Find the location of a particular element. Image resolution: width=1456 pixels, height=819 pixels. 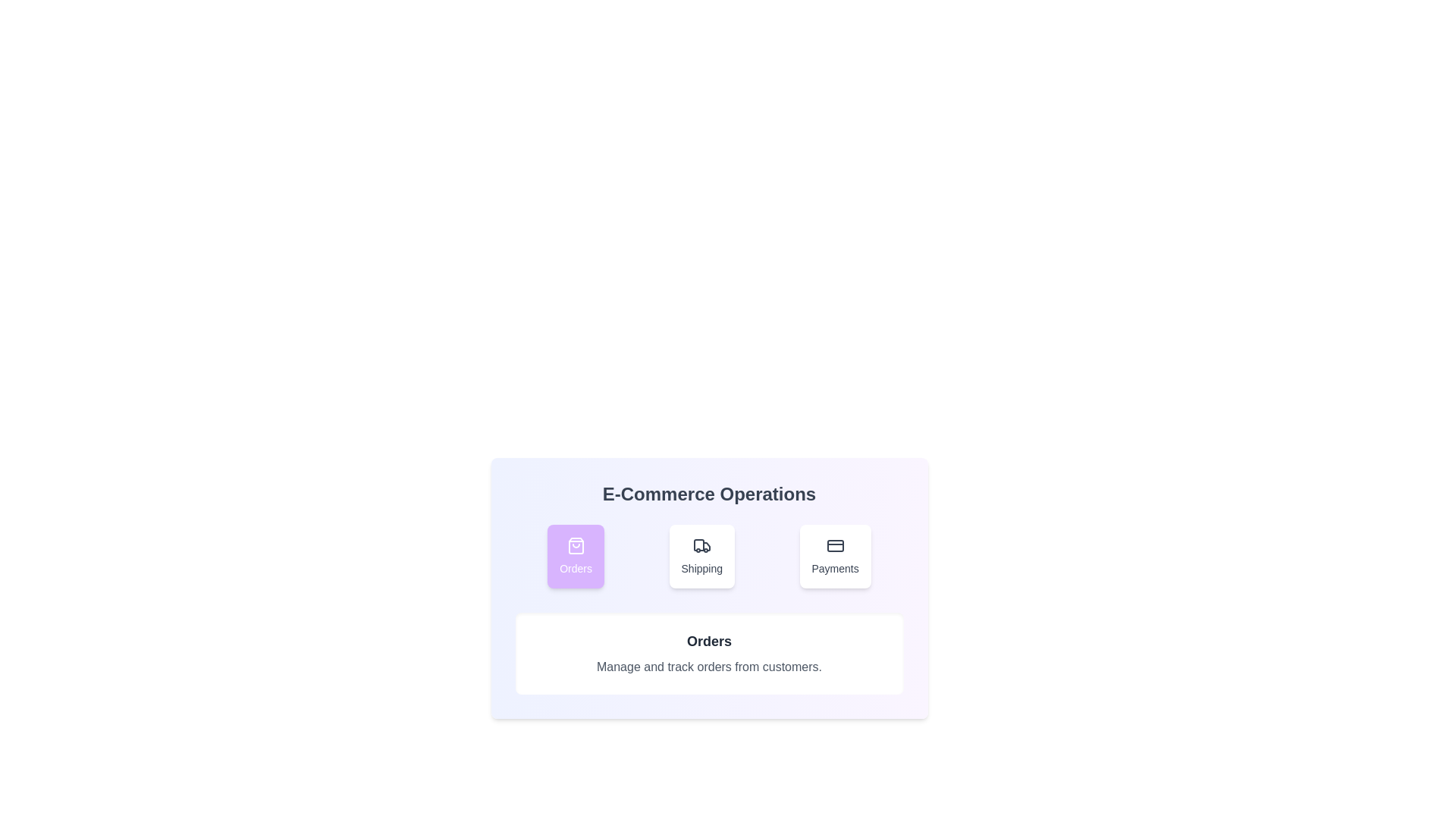

the payment icon located in the 'Payments' button group is located at coordinates (834, 546).